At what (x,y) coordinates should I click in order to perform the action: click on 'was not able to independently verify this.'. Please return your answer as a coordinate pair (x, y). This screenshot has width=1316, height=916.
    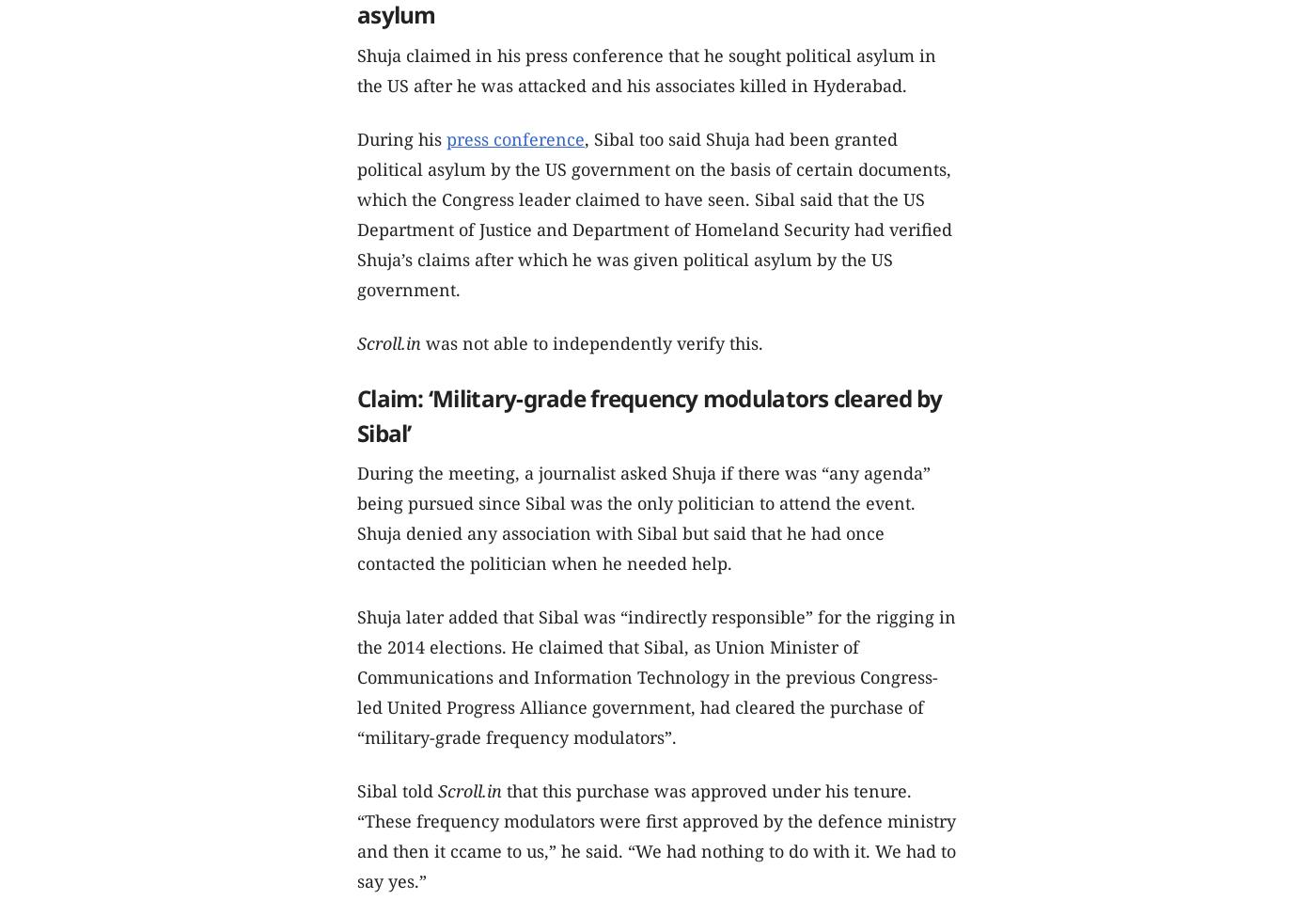
    Looking at the image, I should click on (426, 342).